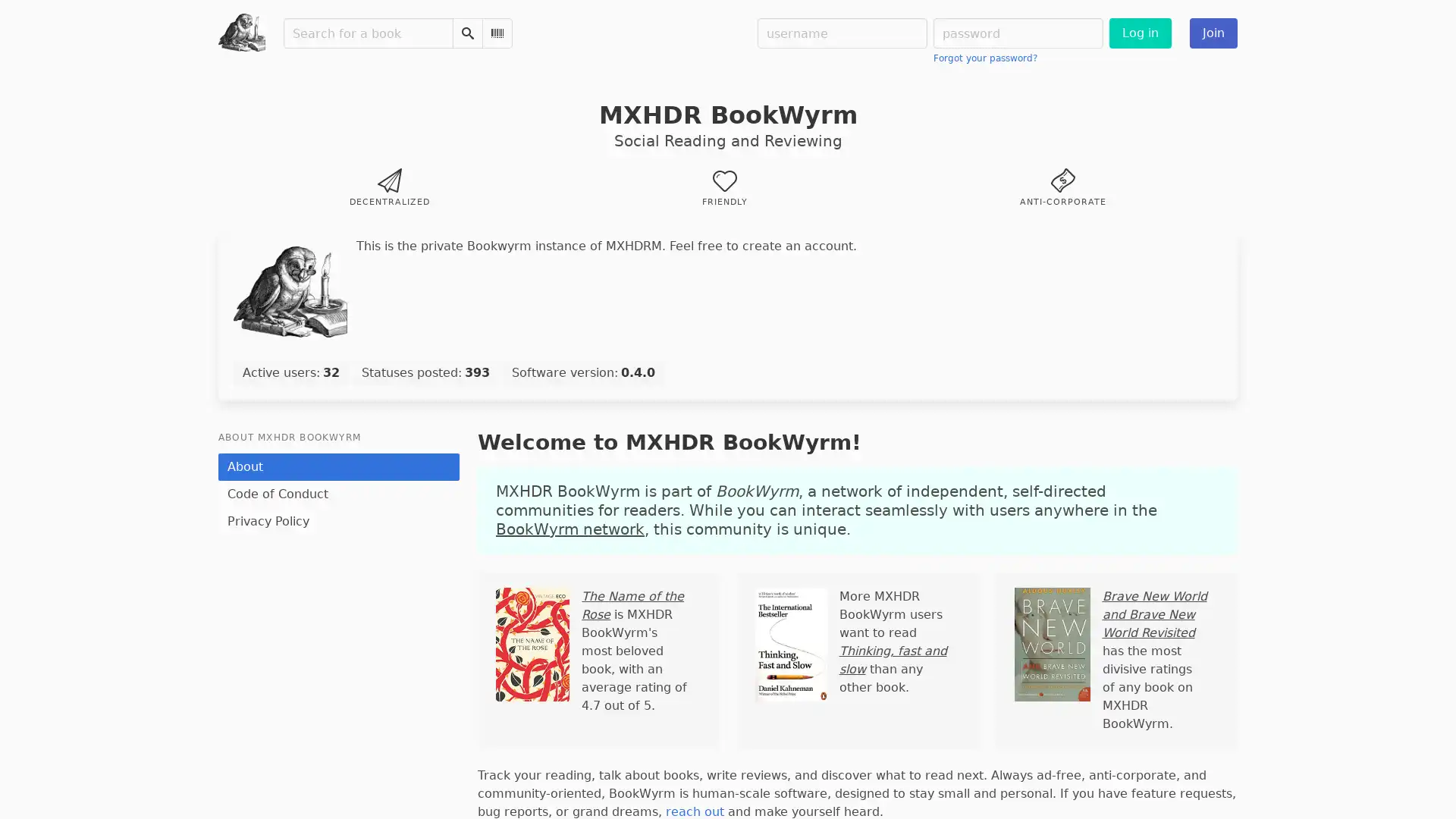  Describe the element at coordinates (467, 33) in the screenshot. I see `Search` at that location.